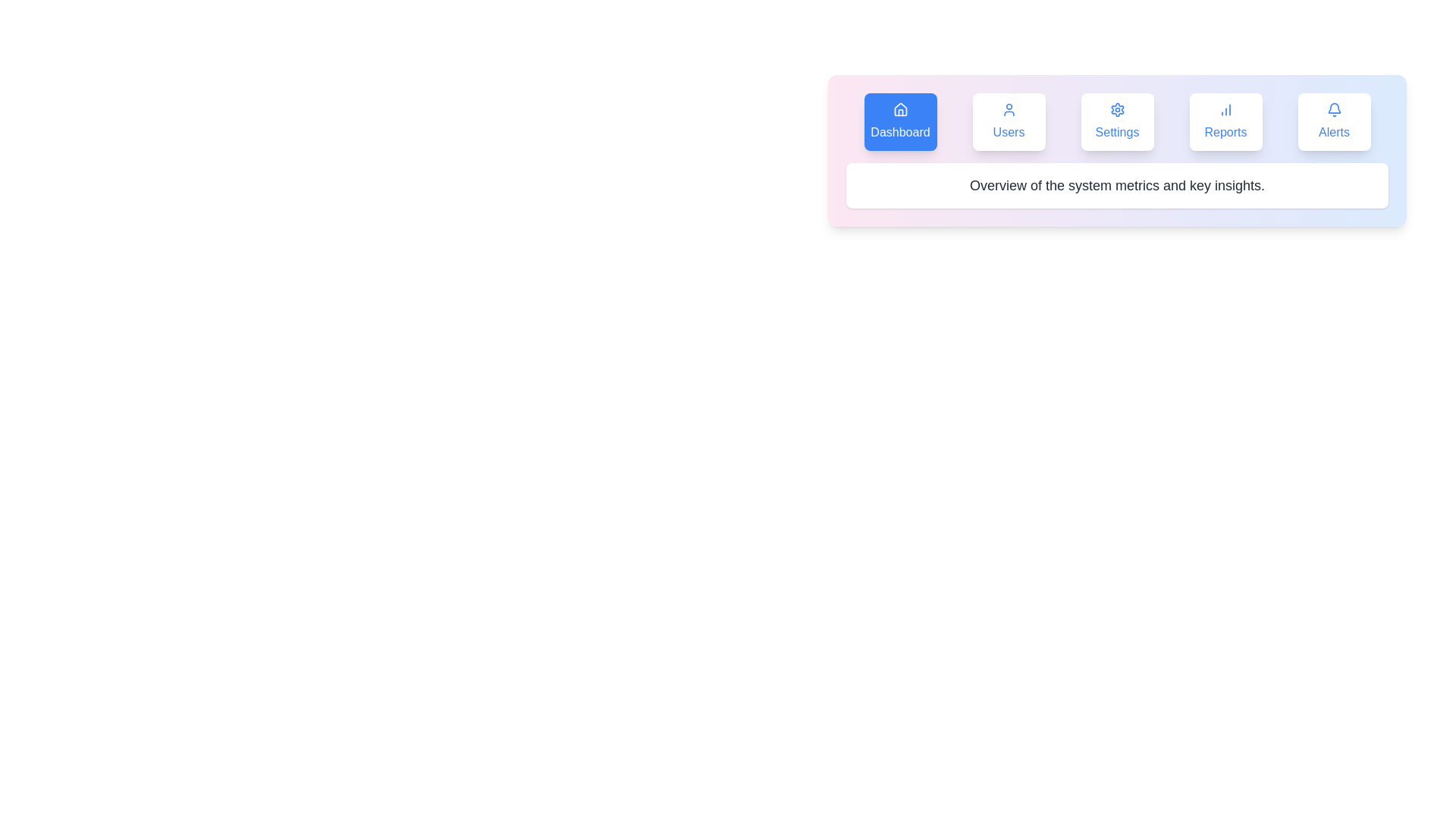  I want to click on the Alerts button, the fifth card in the navigation bar, to see the blue ring highlight, so click(1333, 121).